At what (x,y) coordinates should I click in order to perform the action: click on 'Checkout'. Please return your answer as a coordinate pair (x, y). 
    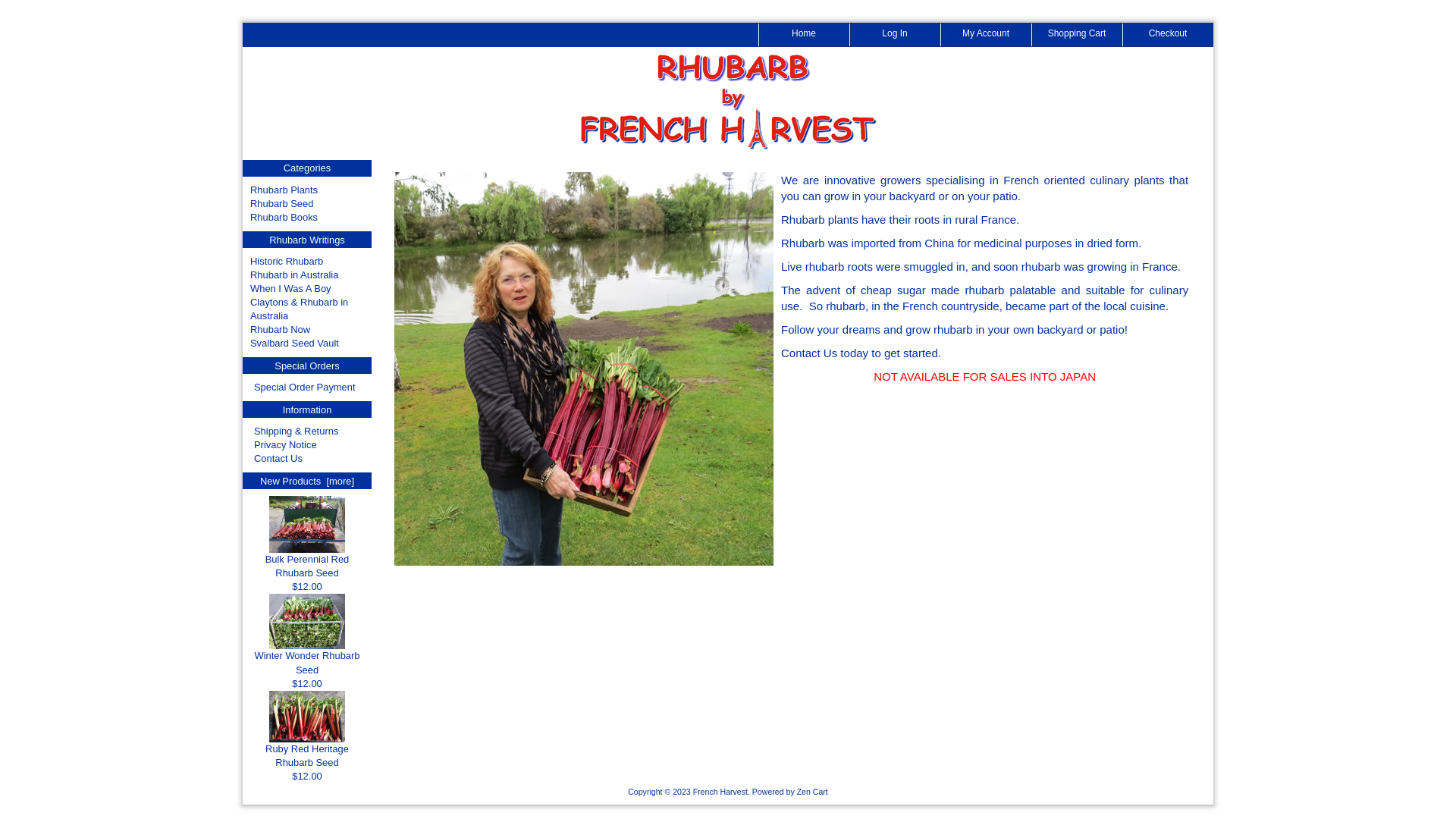
    Looking at the image, I should click on (1167, 34).